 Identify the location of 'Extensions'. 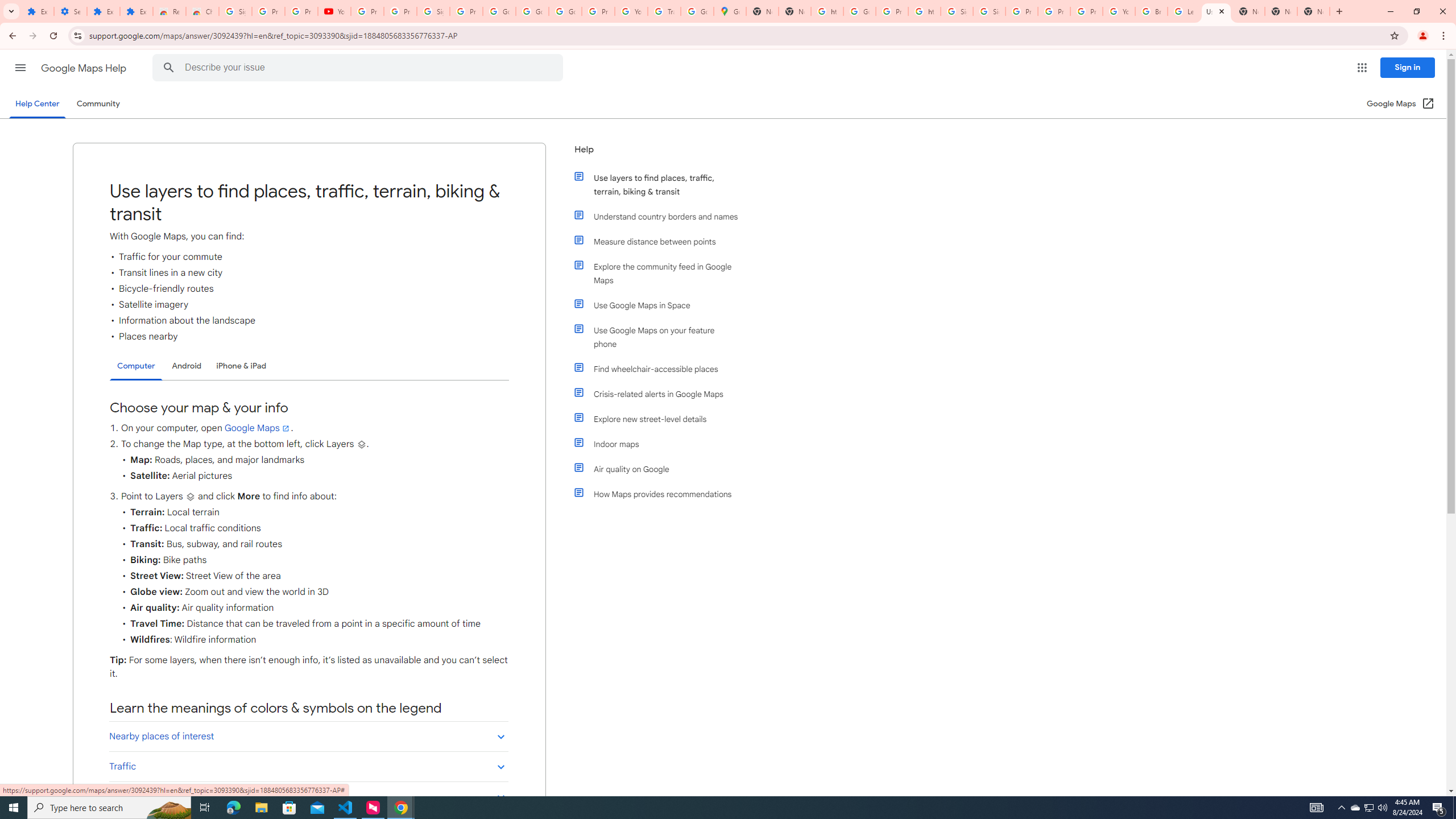
(37, 11).